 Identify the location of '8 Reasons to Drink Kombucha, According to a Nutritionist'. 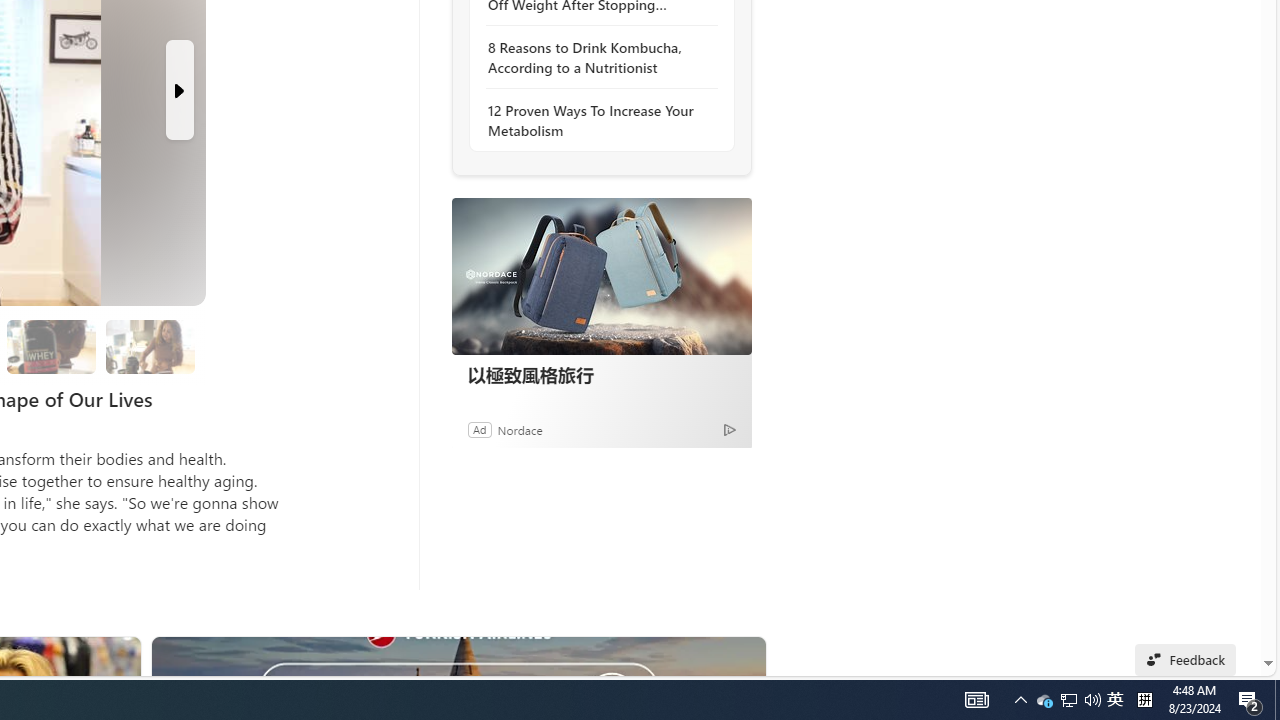
(595, 56).